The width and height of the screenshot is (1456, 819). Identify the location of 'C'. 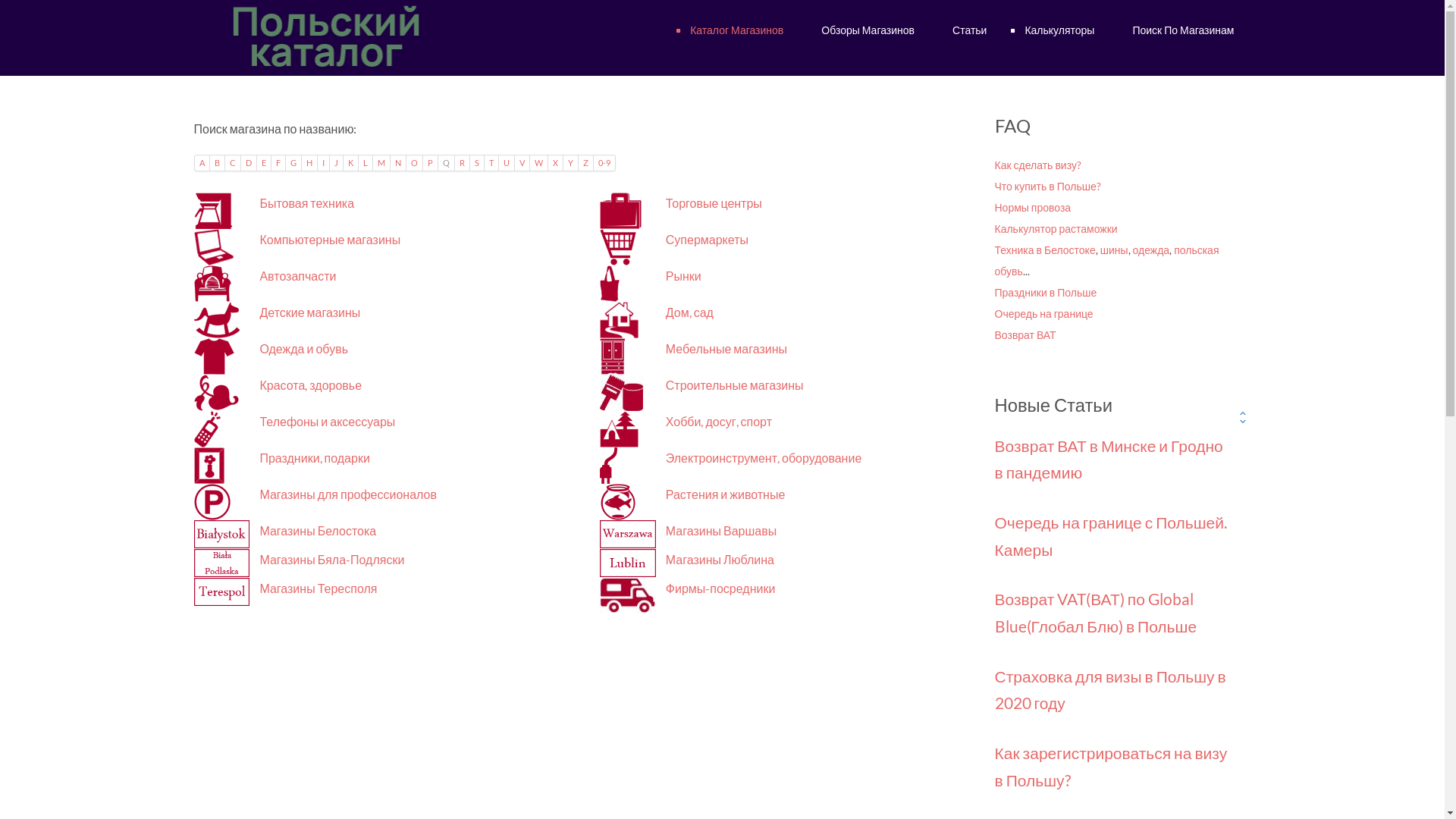
(231, 163).